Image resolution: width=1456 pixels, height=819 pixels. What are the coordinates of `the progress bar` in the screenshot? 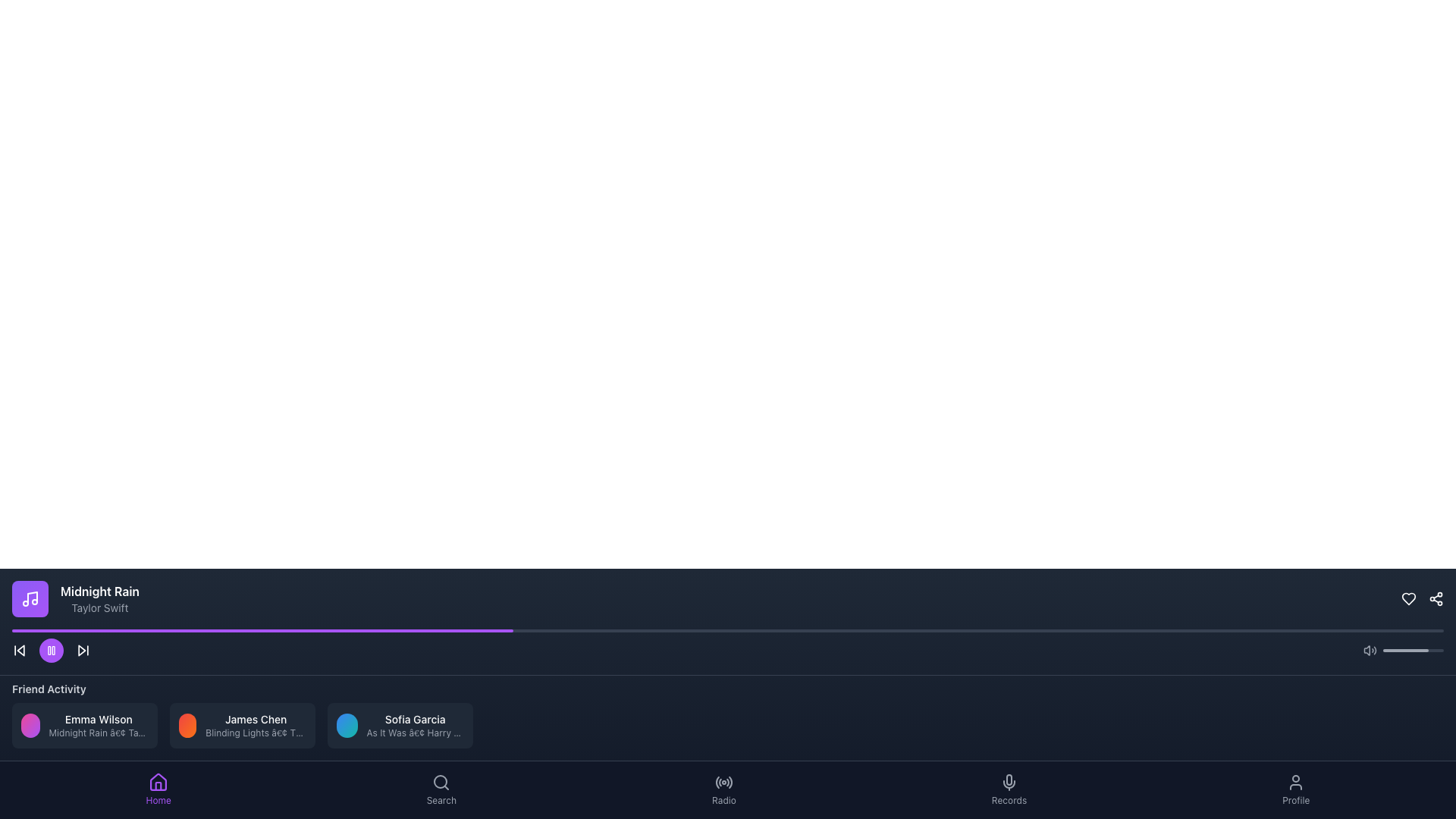 It's located at (382, 631).